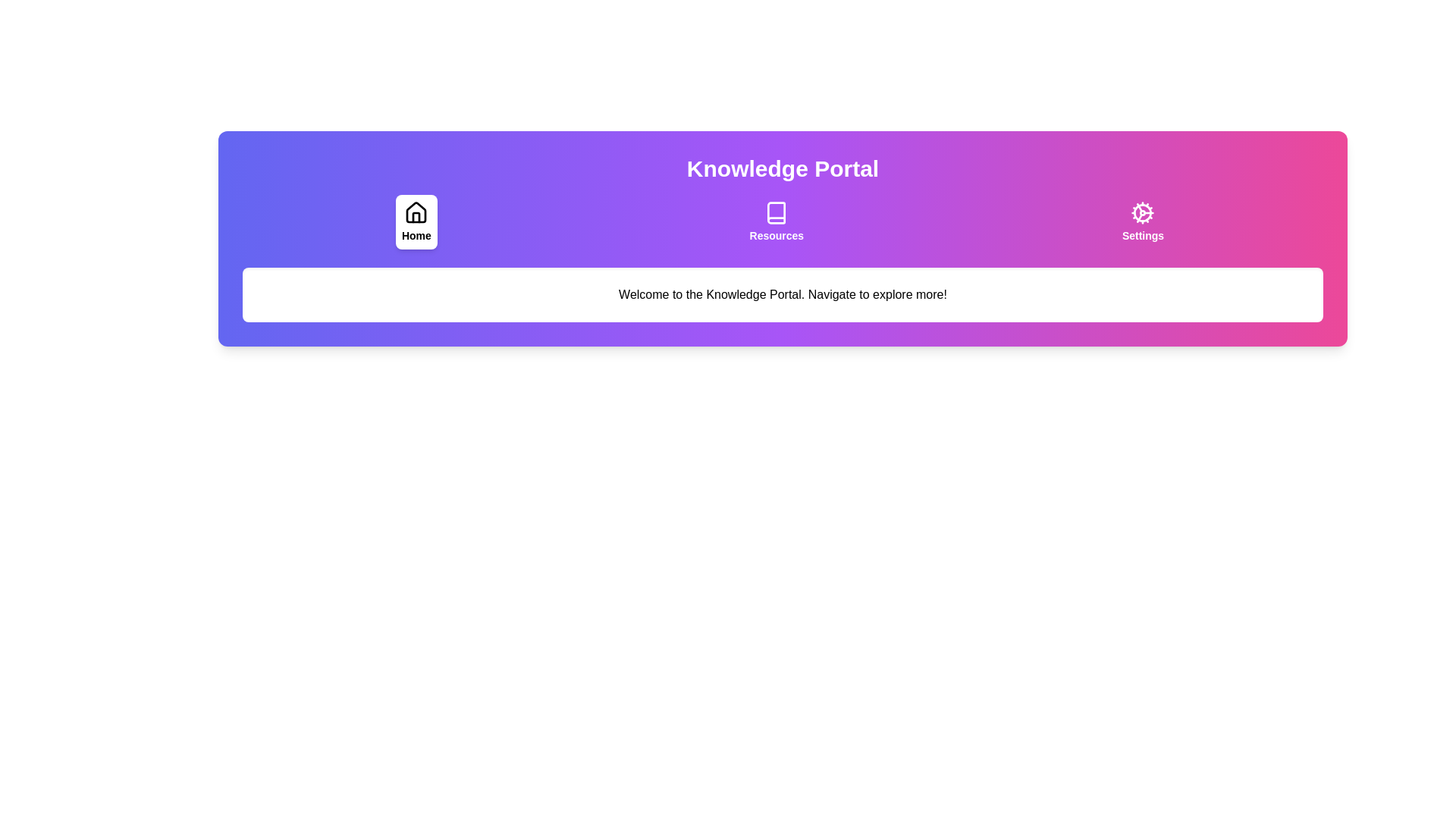  Describe the element at coordinates (416, 222) in the screenshot. I see `the Home tab` at that location.